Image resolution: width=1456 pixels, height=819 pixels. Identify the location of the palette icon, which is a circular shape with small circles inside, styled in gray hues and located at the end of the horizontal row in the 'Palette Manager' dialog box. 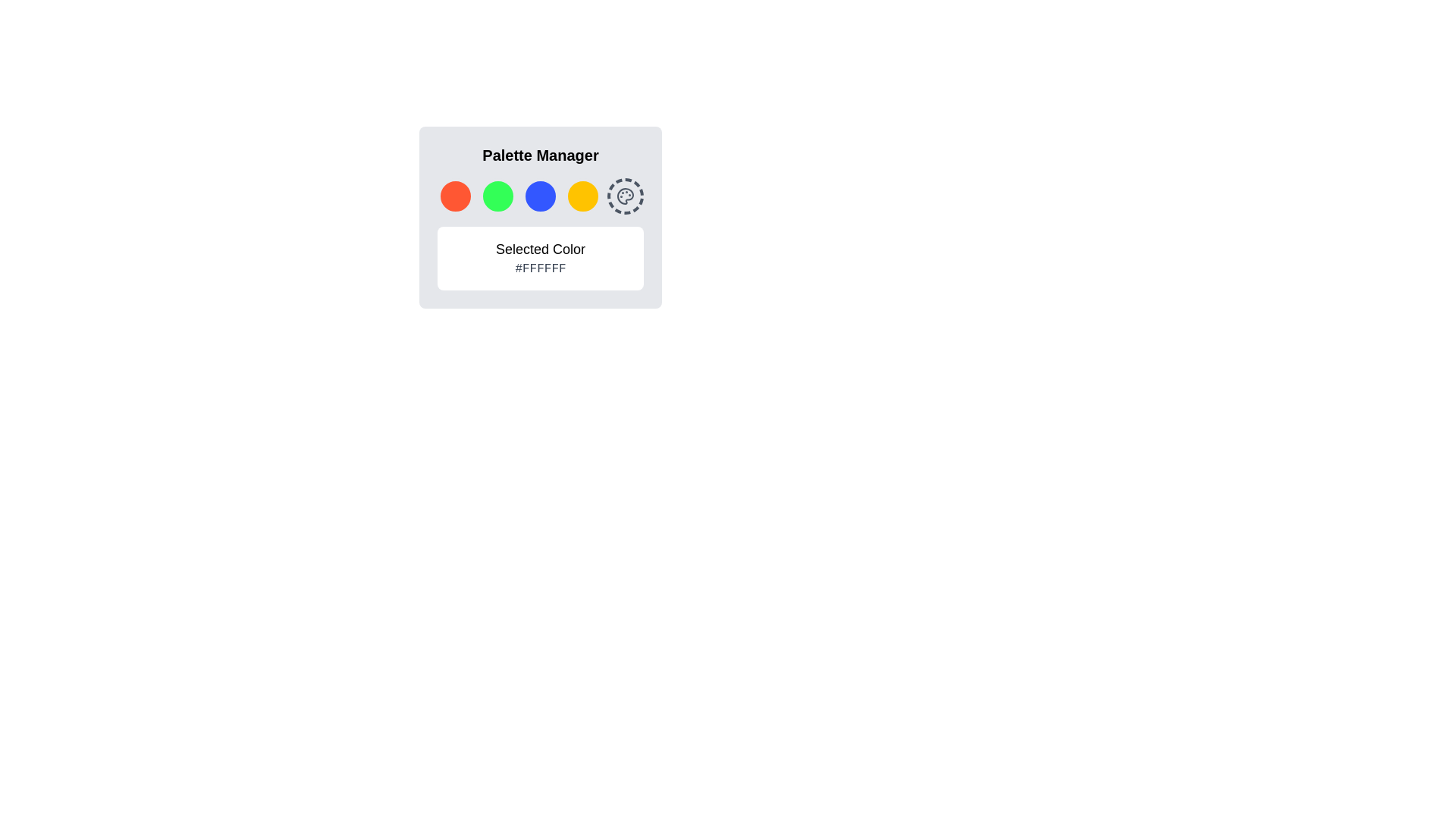
(626, 195).